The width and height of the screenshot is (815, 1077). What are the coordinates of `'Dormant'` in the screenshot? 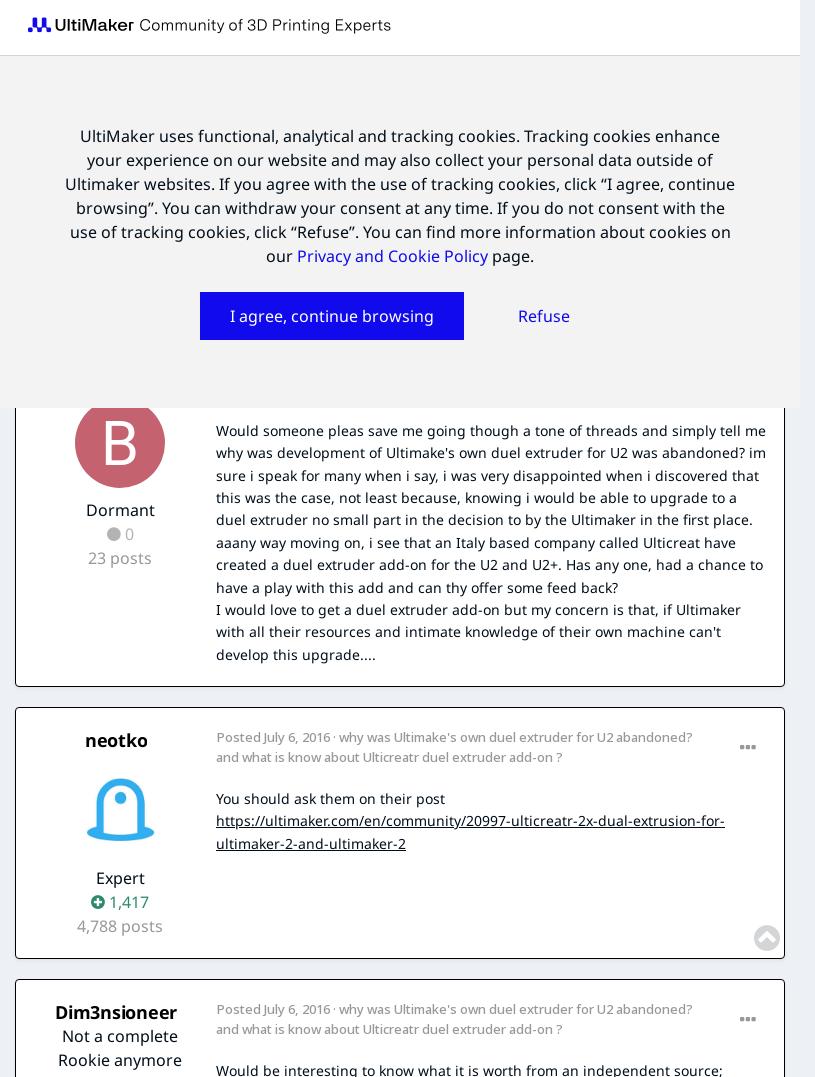 It's located at (84, 508).